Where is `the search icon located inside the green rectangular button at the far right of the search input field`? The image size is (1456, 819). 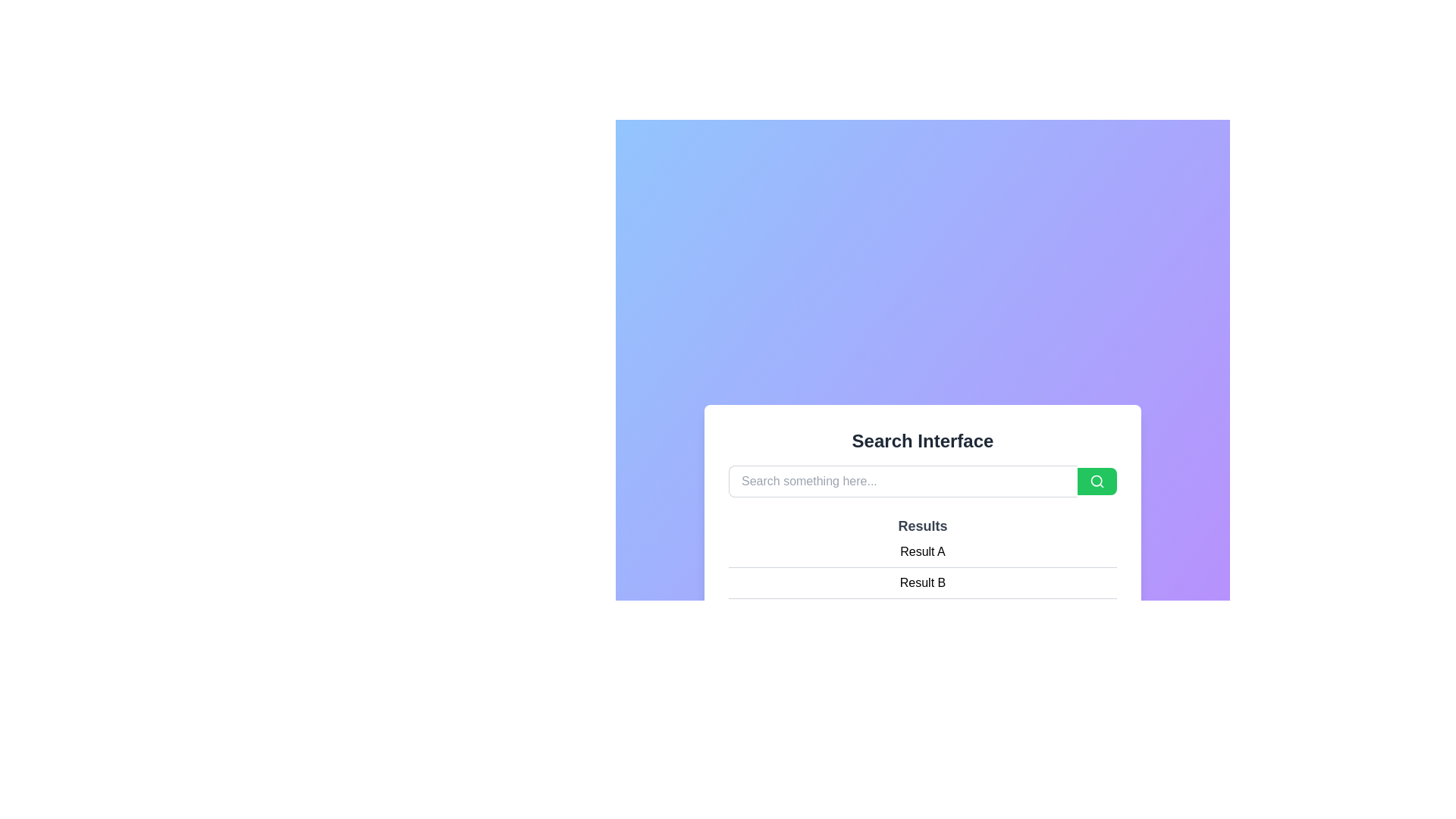 the search icon located inside the green rectangular button at the far right of the search input field is located at coordinates (1097, 482).